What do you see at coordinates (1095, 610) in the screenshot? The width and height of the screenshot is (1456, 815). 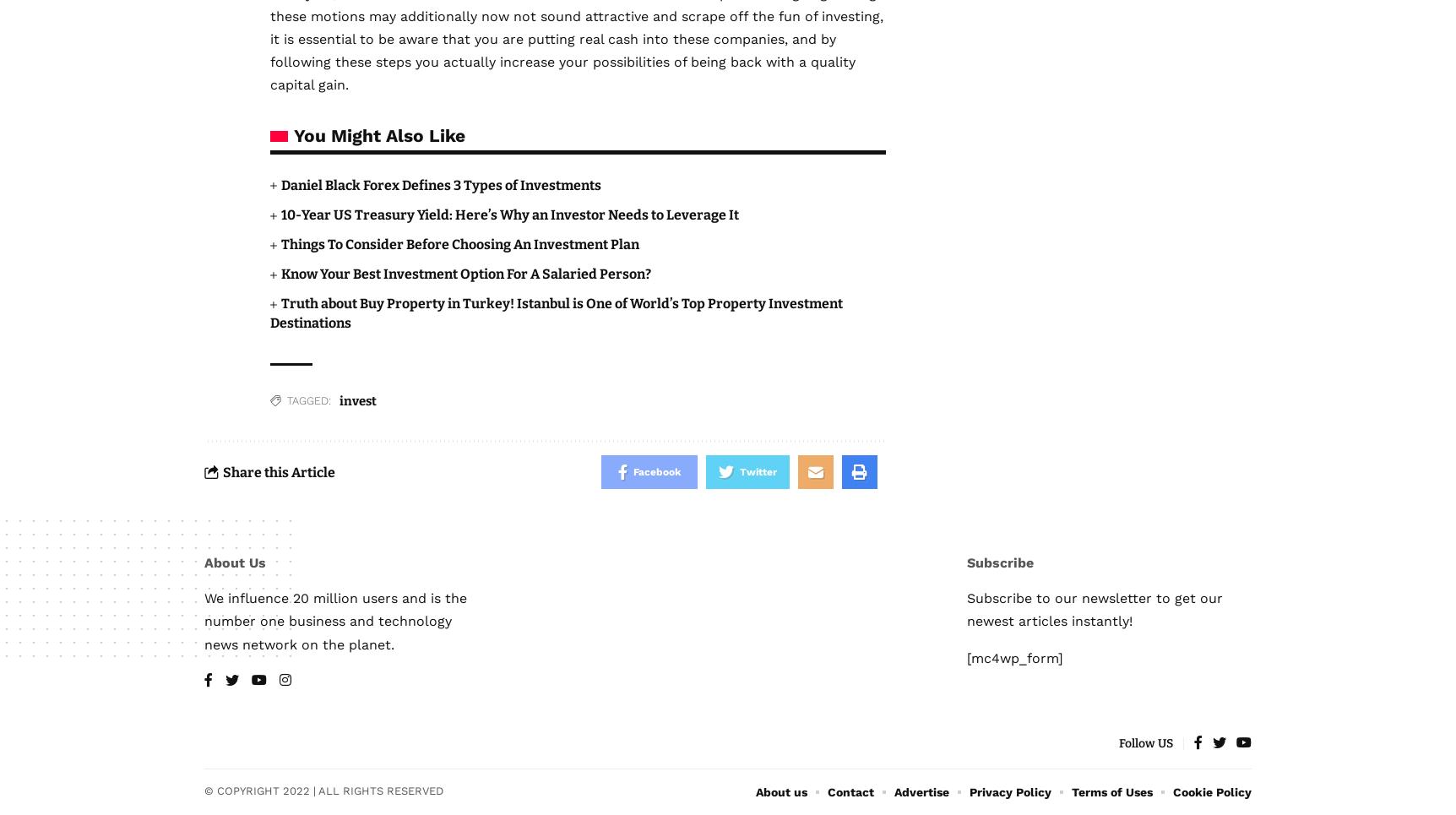 I see `'Subscribe to our newsletter to get our newest articles instantly!'` at bounding box center [1095, 610].